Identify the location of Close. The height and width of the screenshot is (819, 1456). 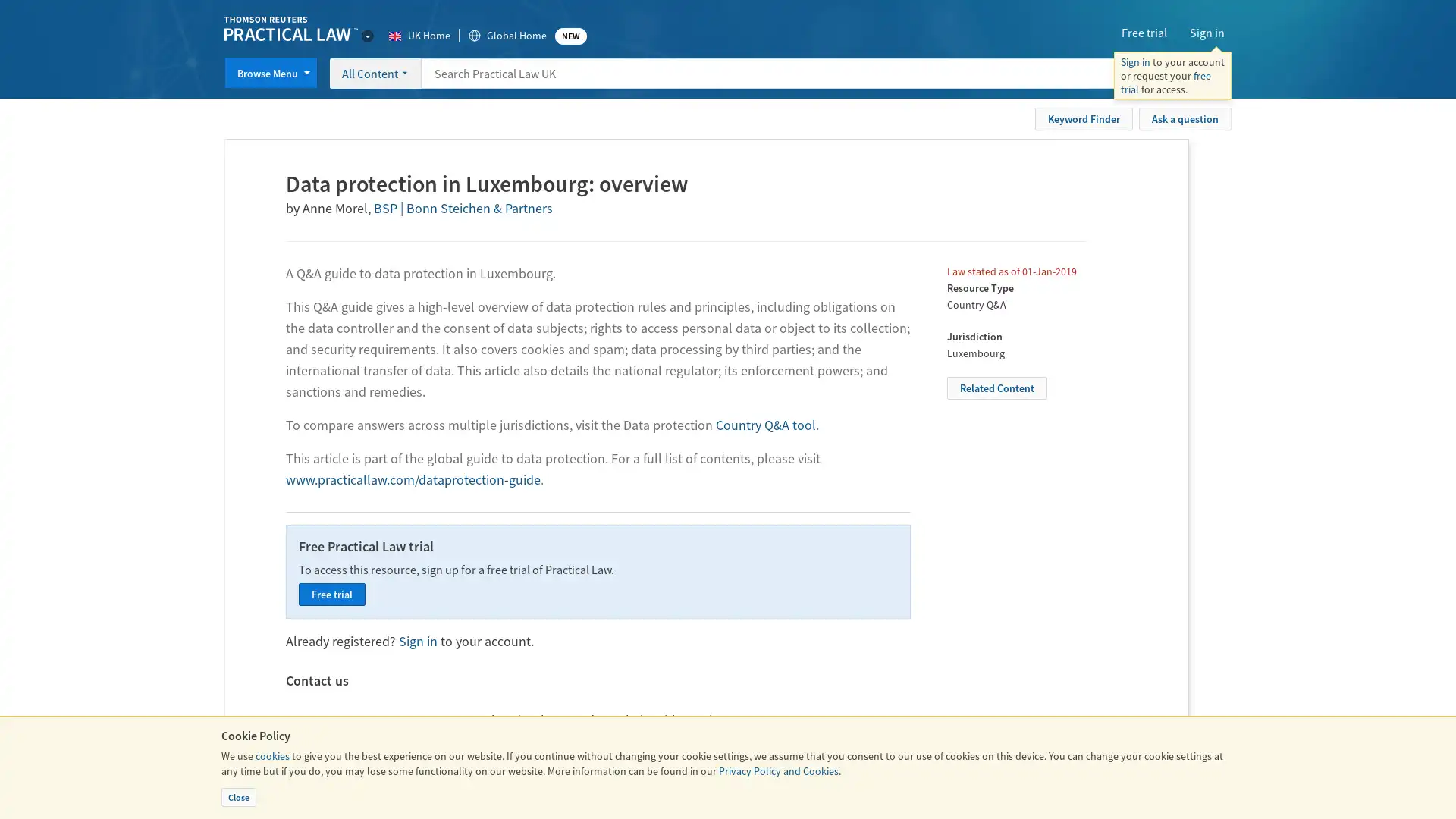
(238, 796).